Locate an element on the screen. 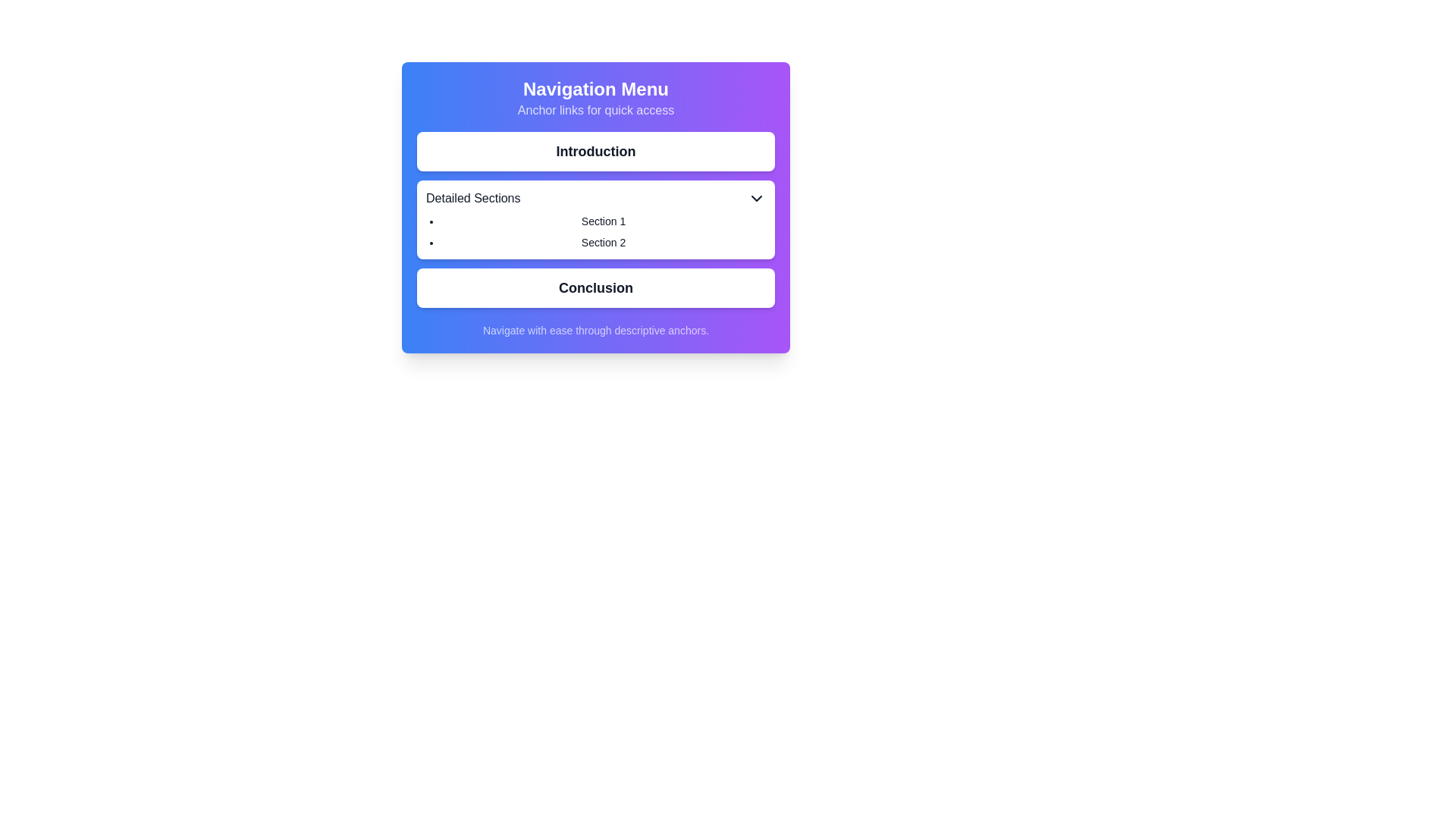 The height and width of the screenshot is (819, 1456). the 'Conclusion' button-like navigation link, which has a white background, rounded corners, and bold text is located at coordinates (595, 288).